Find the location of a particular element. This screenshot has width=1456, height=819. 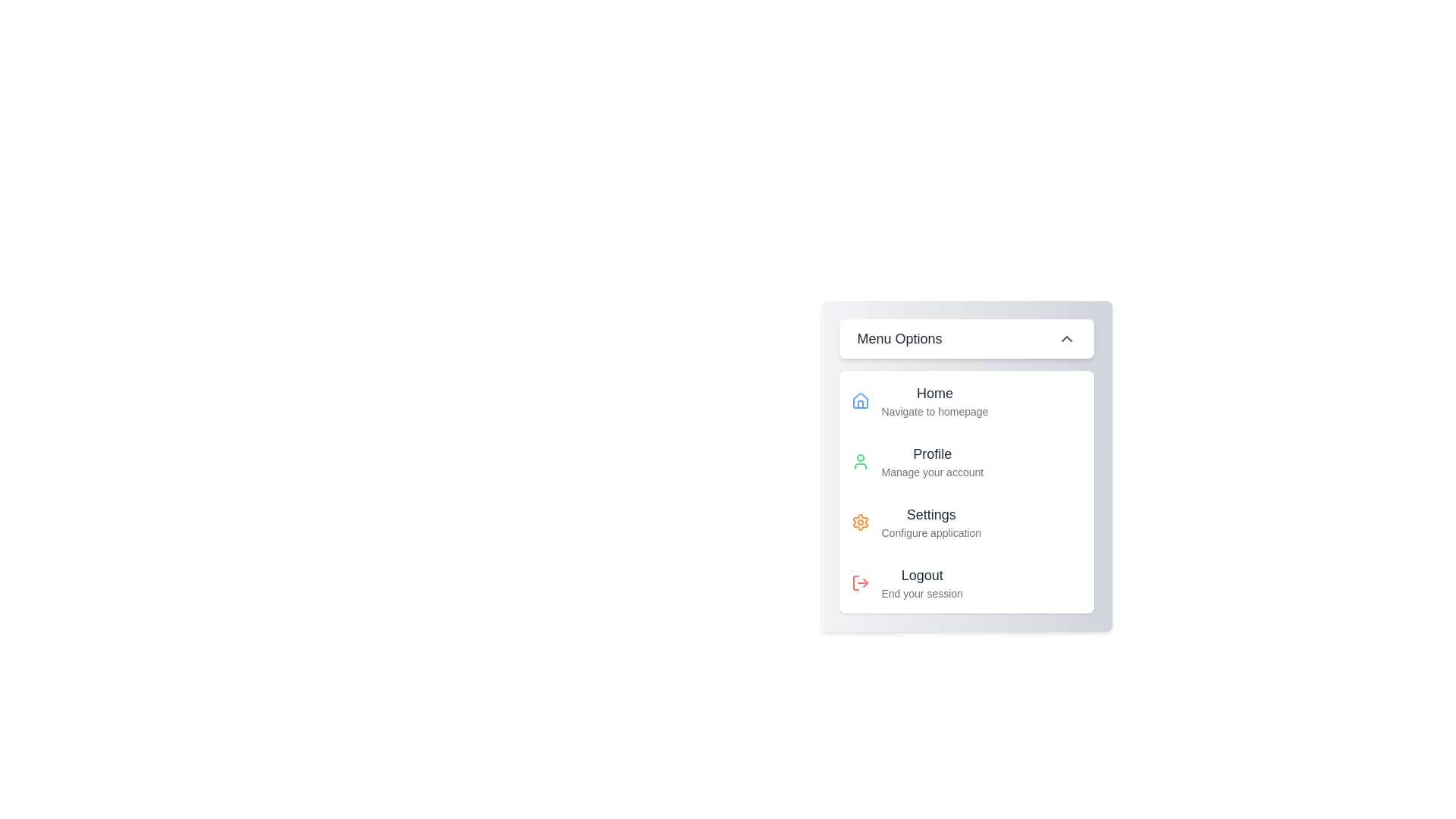

the descriptive Text label that provides additional information about the 'Profile' menu option, which is located directly below the 'Profile' text label in the vertical menu layout is located at coordinates (931, 472).